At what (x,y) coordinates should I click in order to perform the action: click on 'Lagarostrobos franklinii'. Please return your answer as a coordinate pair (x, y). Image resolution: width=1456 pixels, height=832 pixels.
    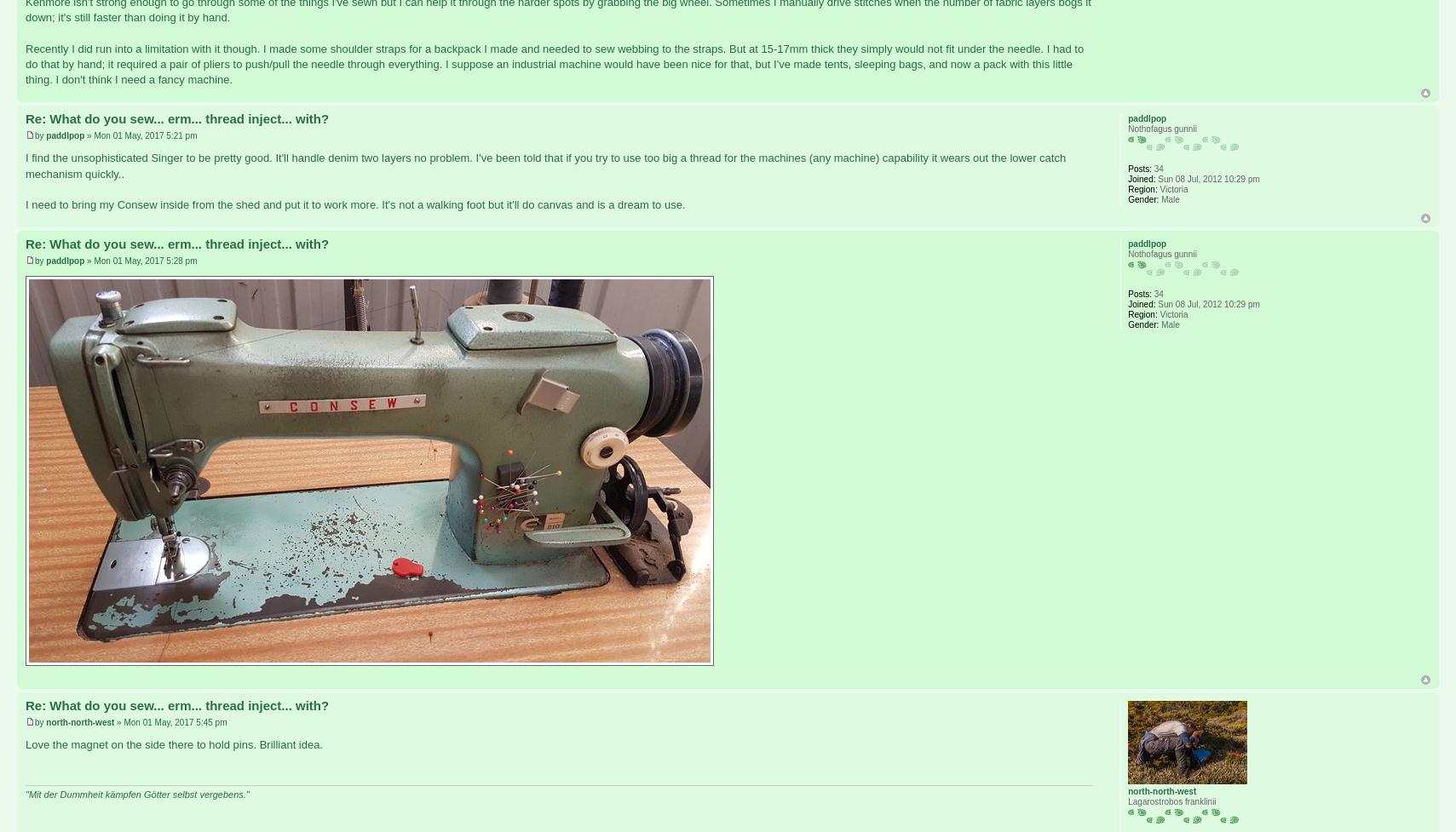
    Looking at the image, I should click on (1171, 800).